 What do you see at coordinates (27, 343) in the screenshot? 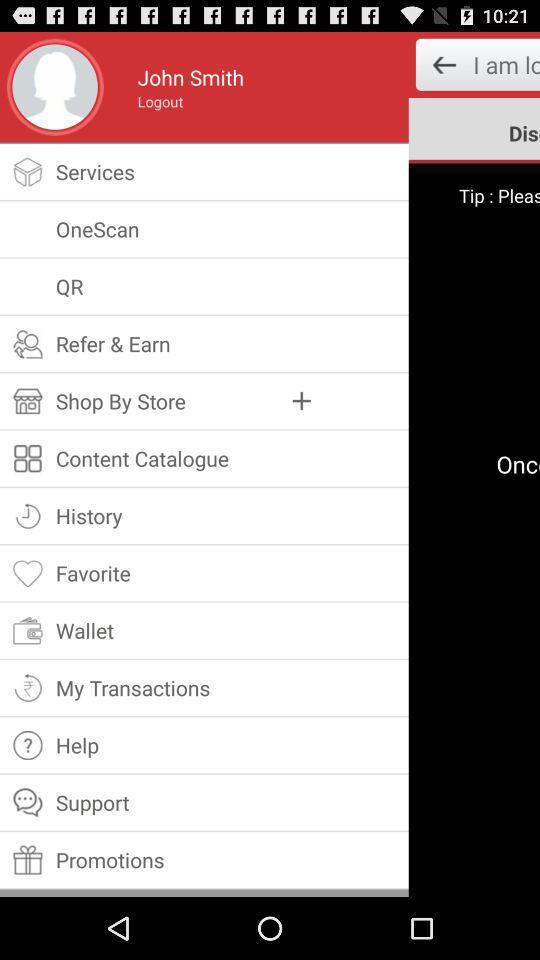
I see `the symbol of refer  earn` at bounding box center [27, 343].